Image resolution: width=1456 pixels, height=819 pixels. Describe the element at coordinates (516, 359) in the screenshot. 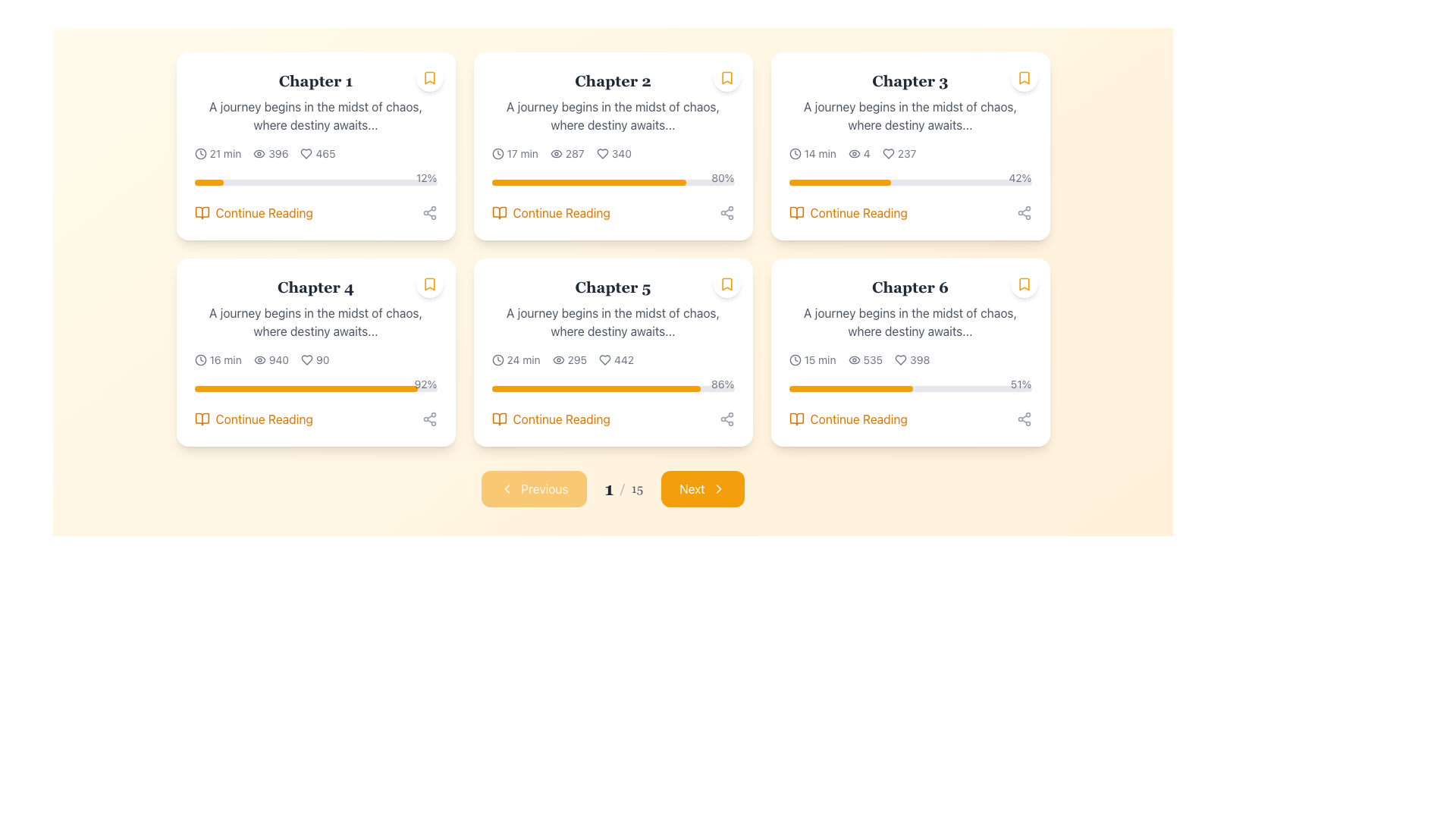

I see `the informational text with an icon that provides the estimated reading time for 'Chapter 5', located in the bottom-left part of the 'Chapter 5' card` at that location.